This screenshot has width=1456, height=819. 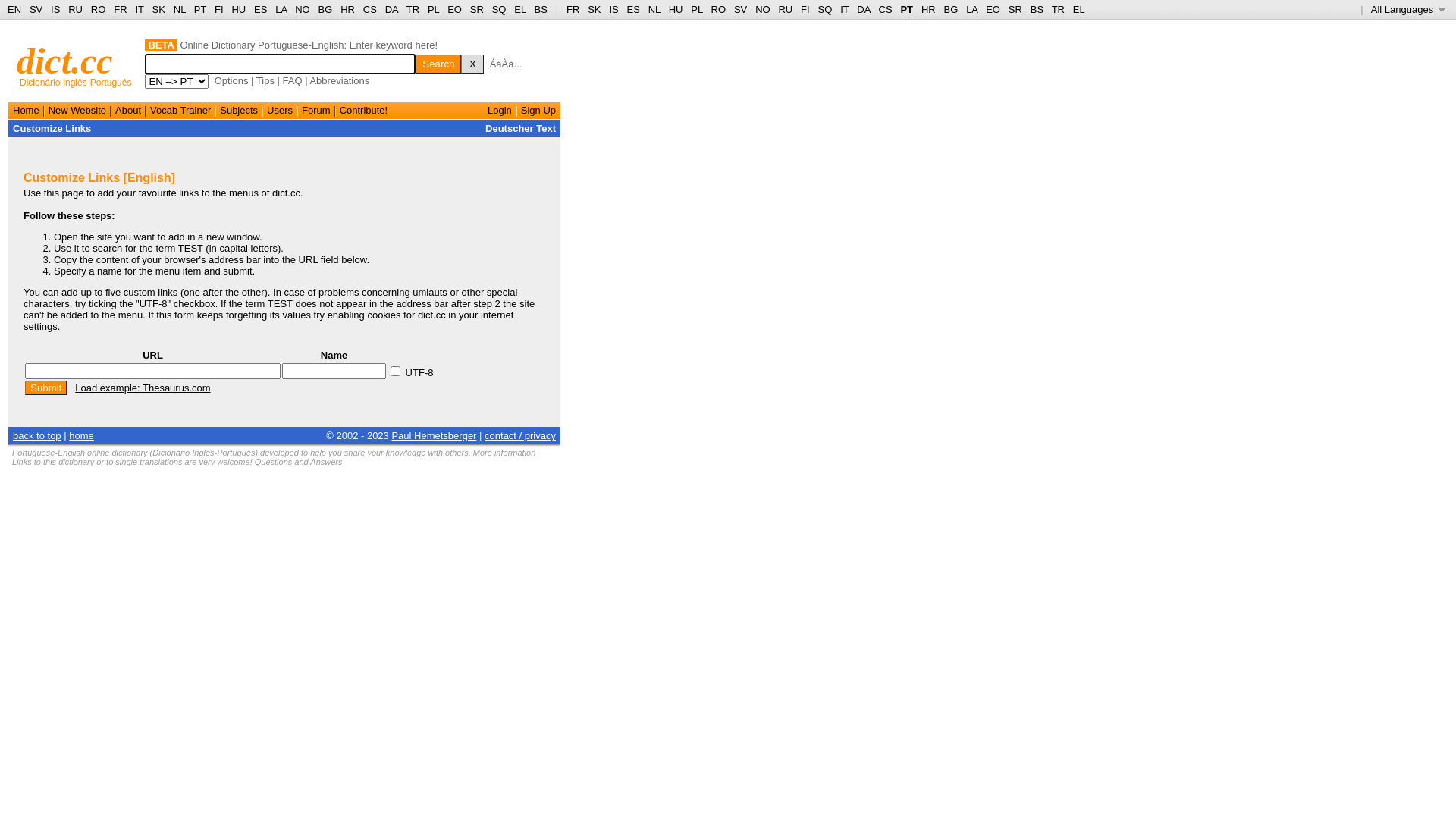 I want to click on 'FR', so click(x=572, y=9).